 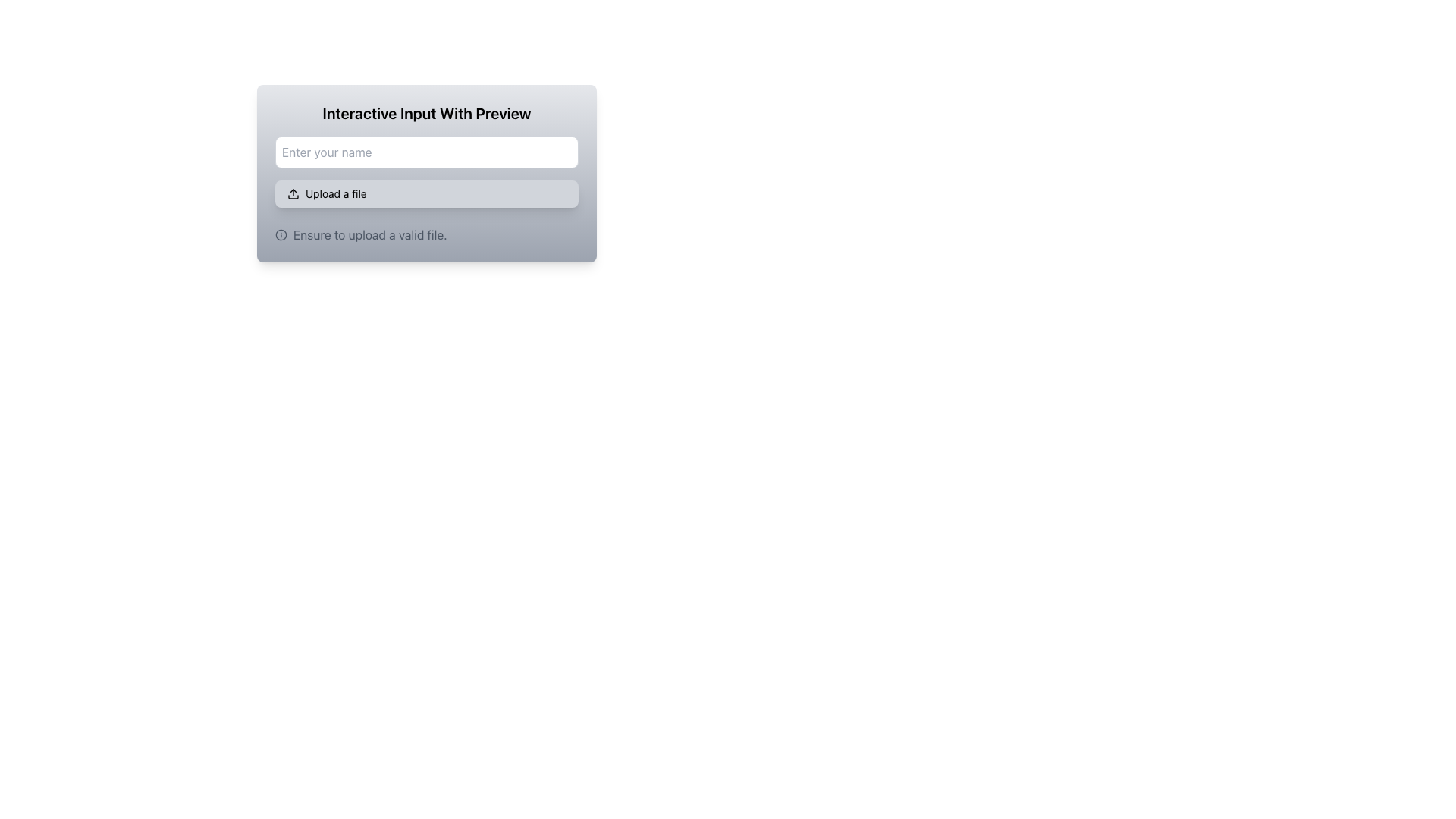 What do you see at coordinates (281, 234) in the screenshot?
I see `the informational icon located to the left of the text 'Ensure to upload a valid file.'` at bounding box center [281, 234].